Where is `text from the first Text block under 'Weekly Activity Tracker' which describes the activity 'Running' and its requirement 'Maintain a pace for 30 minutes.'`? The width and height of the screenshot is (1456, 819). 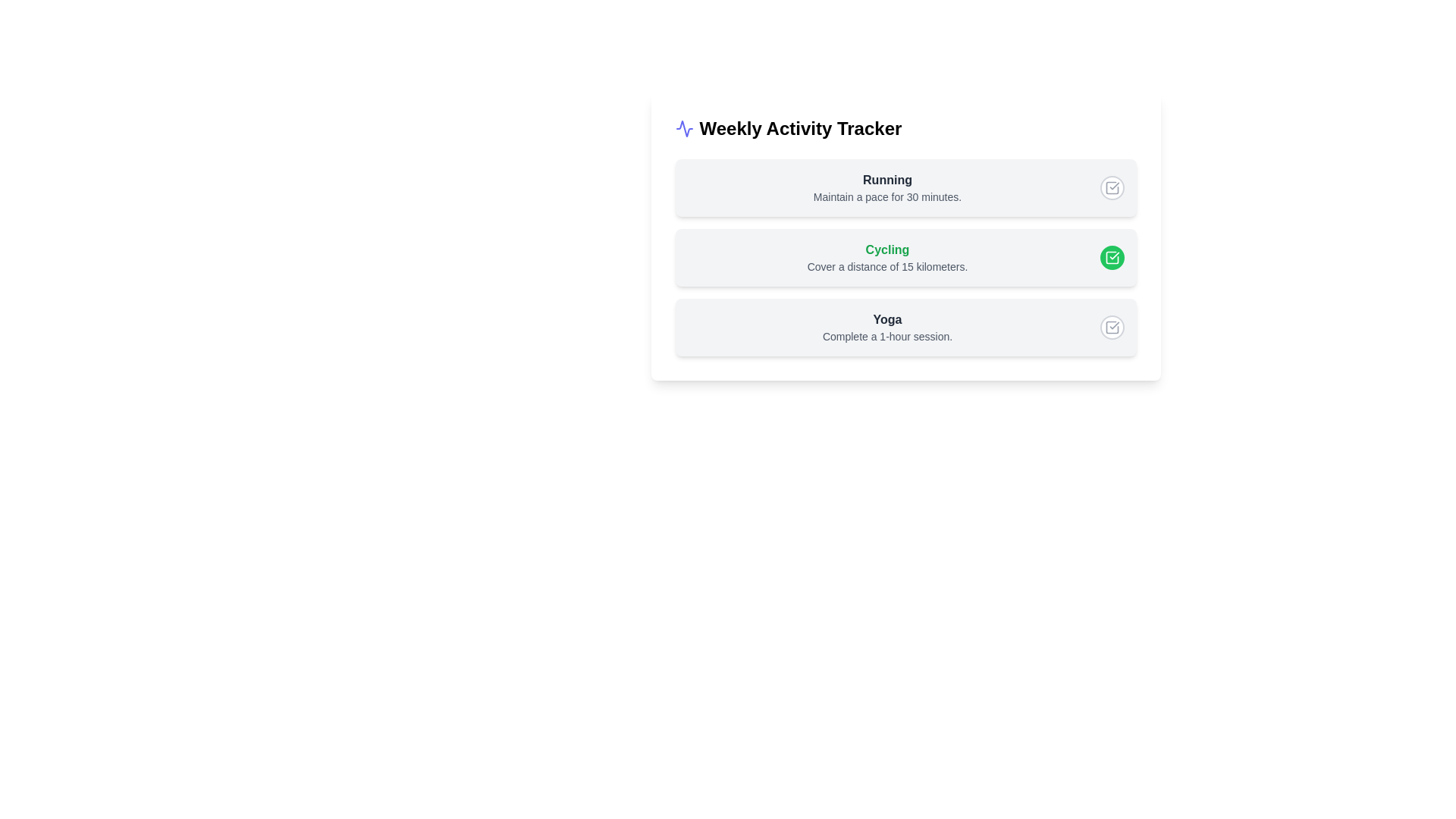
text from the first Text block under 'Weekly Activity Tracker' which describes the activity 'Running' and its requirement 'Maintain a pace for 30 minutes.' is located at coordinates (887, 187).